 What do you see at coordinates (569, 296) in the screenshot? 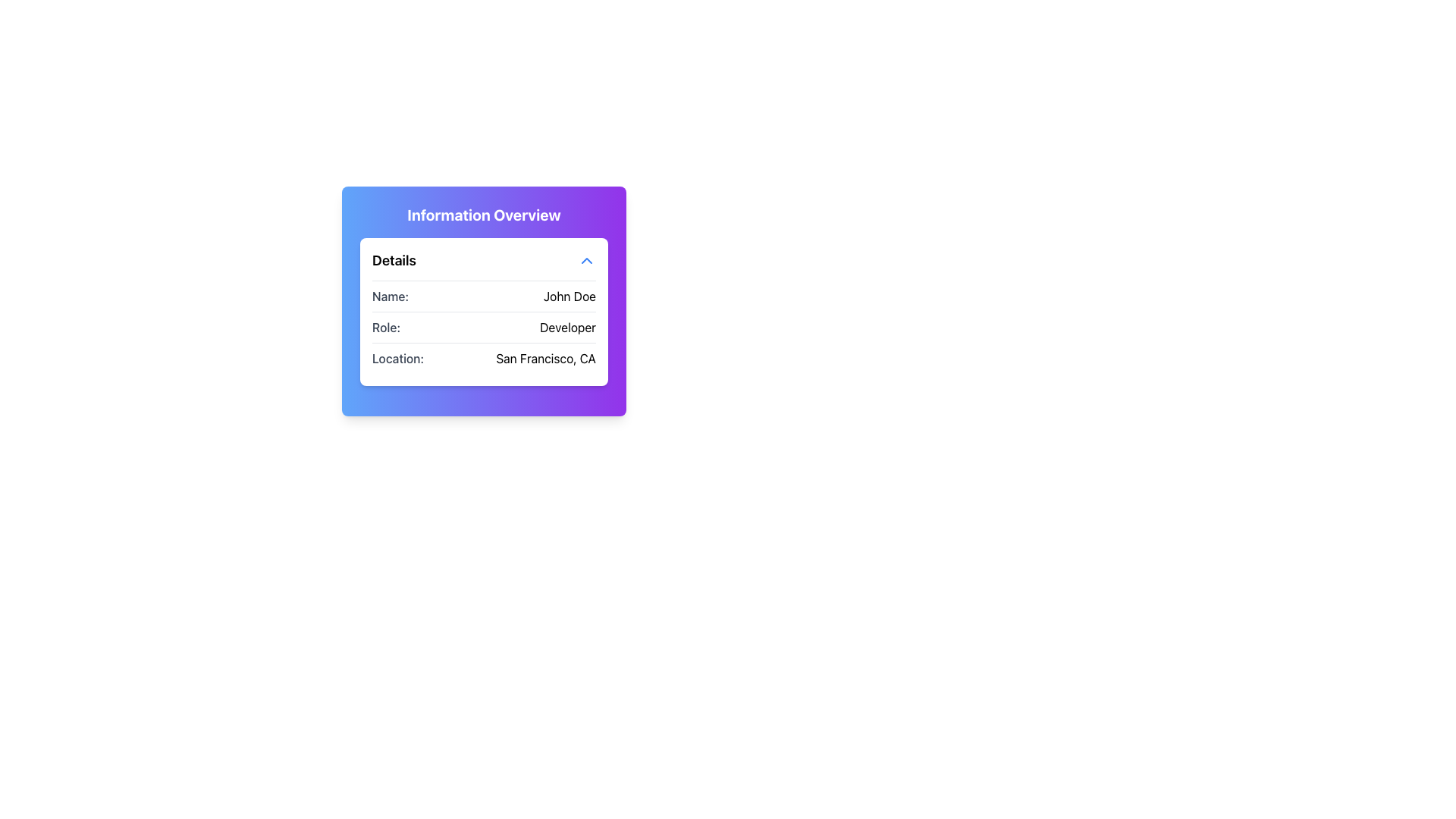
I see `the label displaying the text 'John Doe', which is positioned to the right of the label 'Name:' in the user details section` at bounding box center [569, 296].